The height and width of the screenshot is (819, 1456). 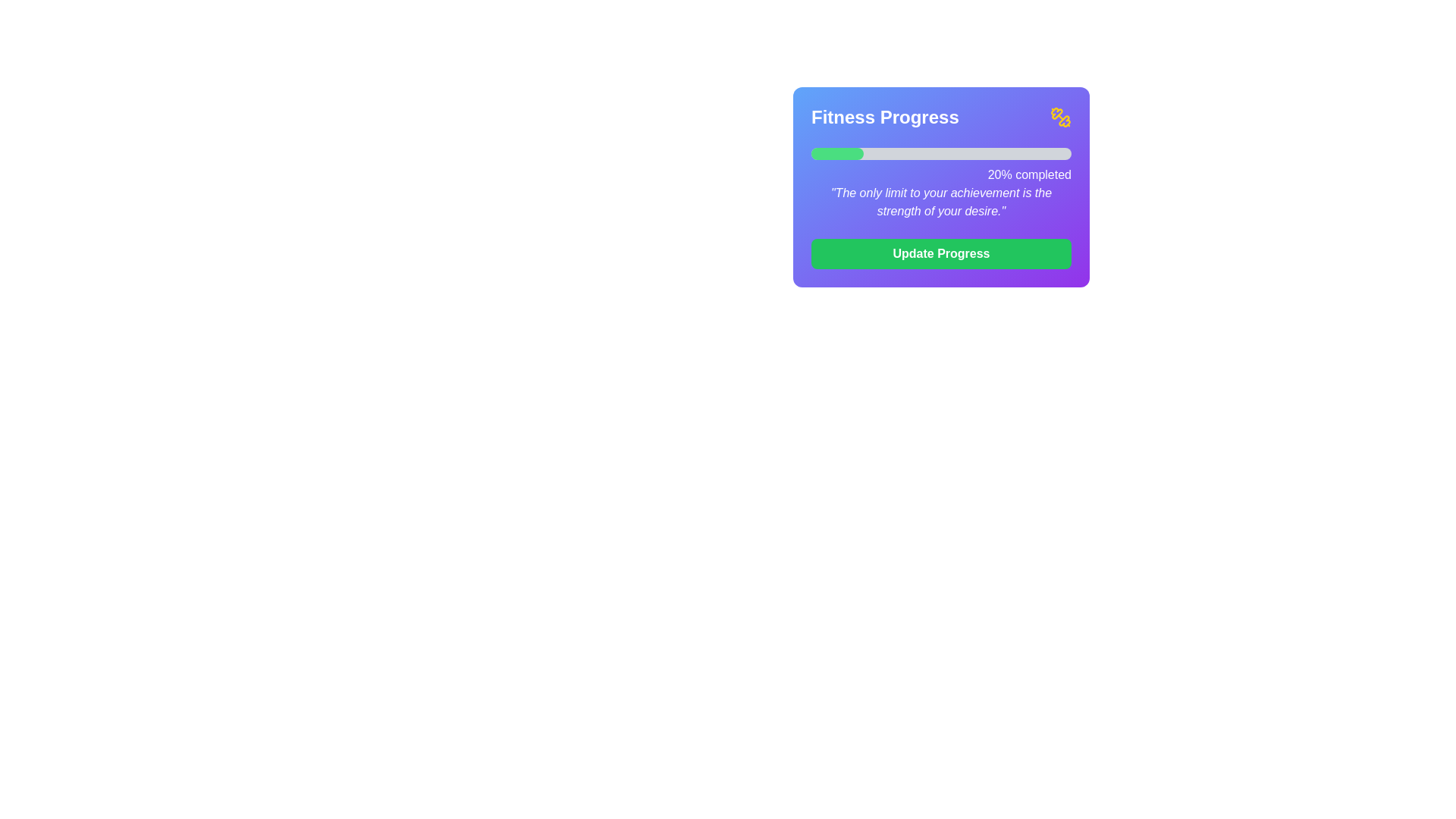 I want to click on the static text display component that shows an inspirational quote, located below the '20% completed' progress bar description and above the 'Update Progress' green button, so click(x=940, y=201).